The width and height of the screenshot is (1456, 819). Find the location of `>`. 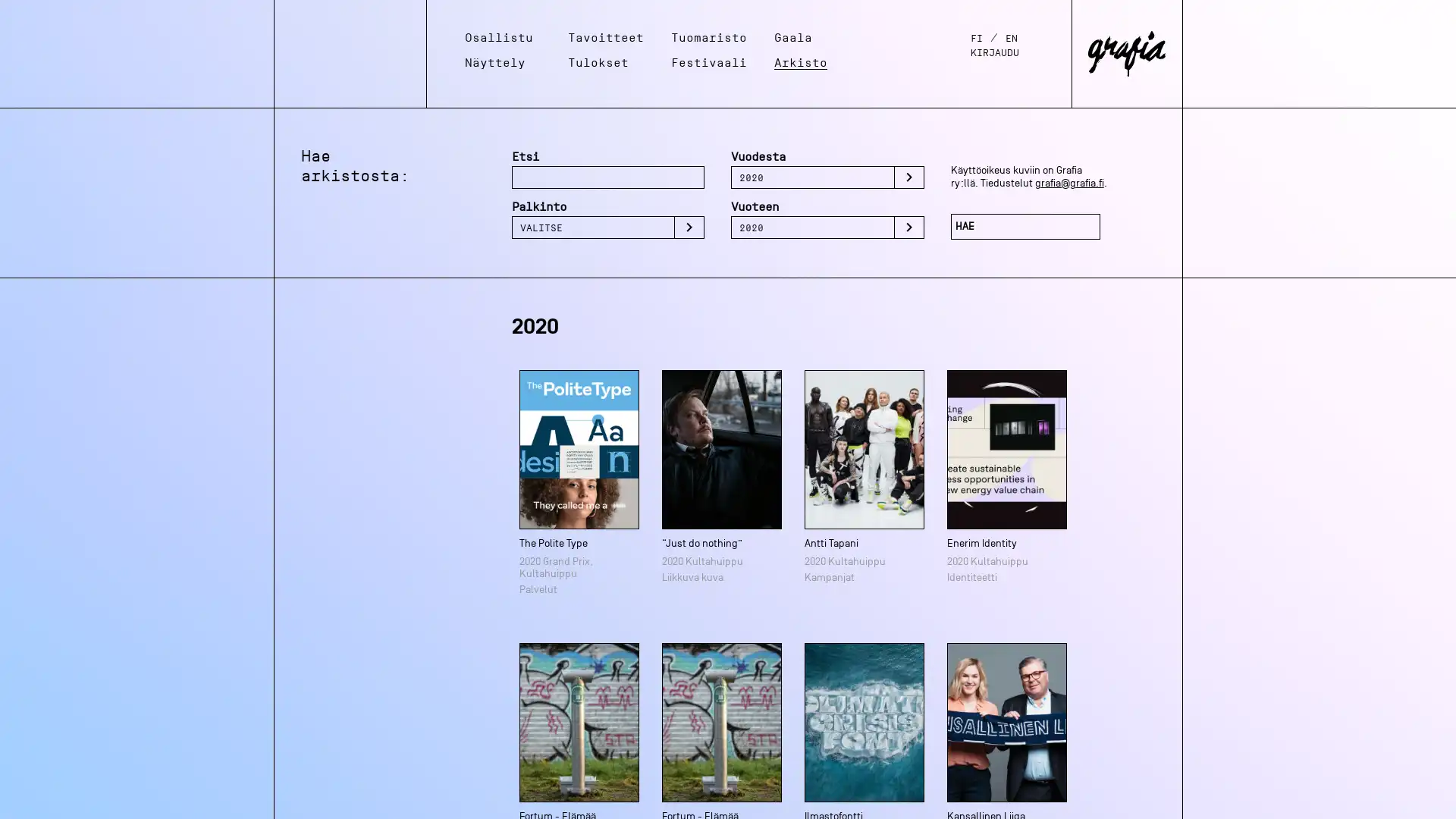

> is located at coordinates (688, 227).